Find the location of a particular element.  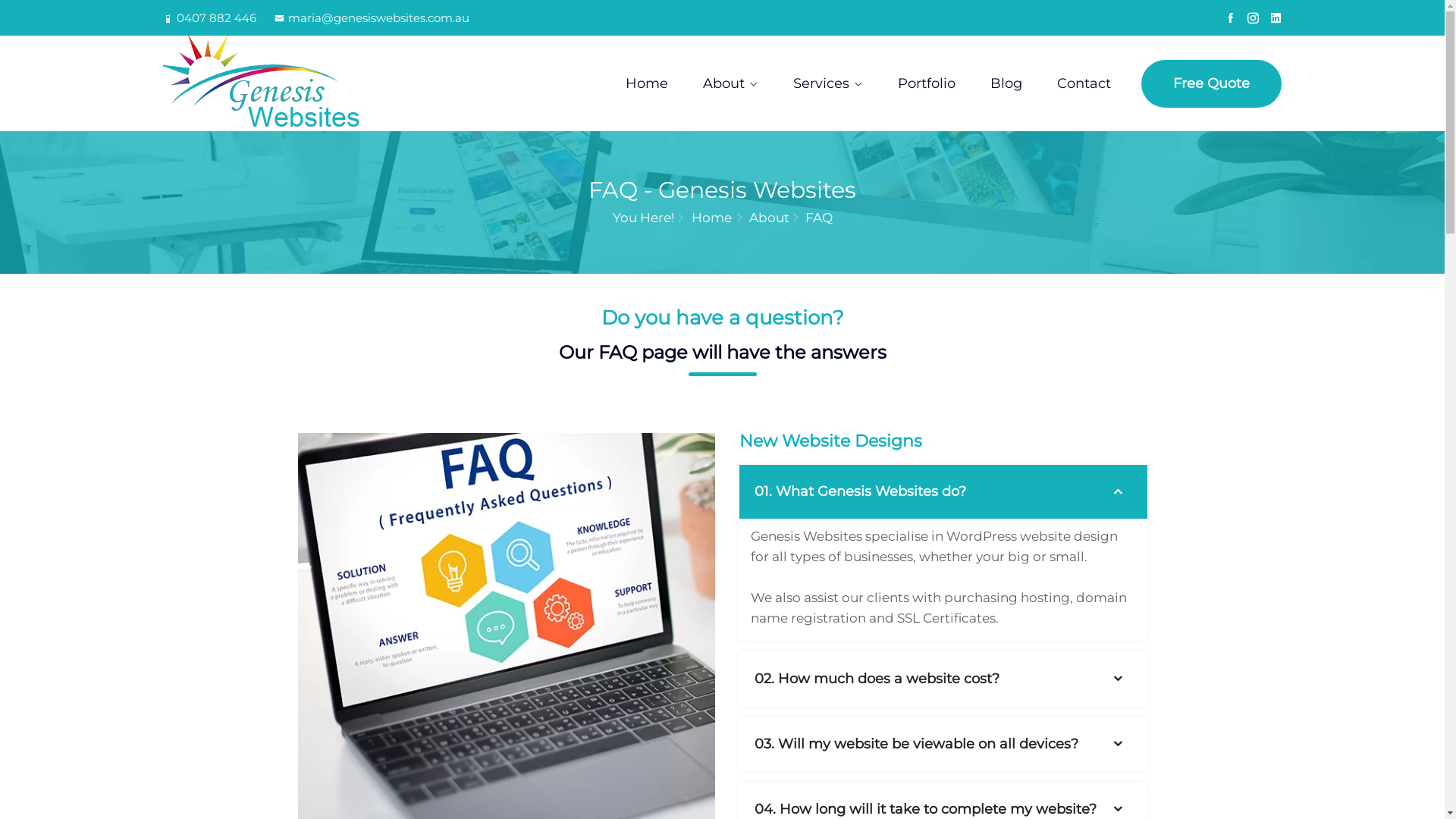

'Portfolio' is located at coordinates (898, 83).